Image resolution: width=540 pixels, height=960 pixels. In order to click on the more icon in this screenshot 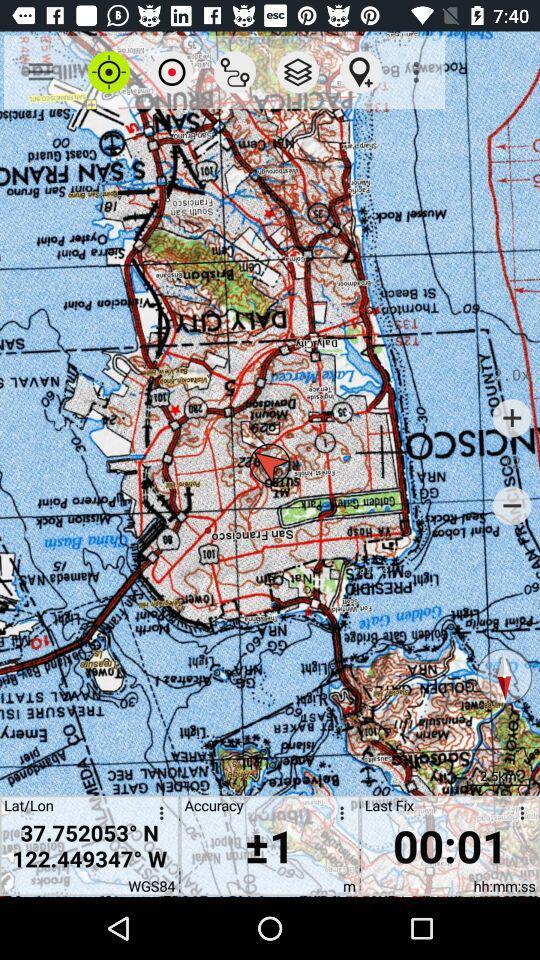, I will do `click(518, 816)`.